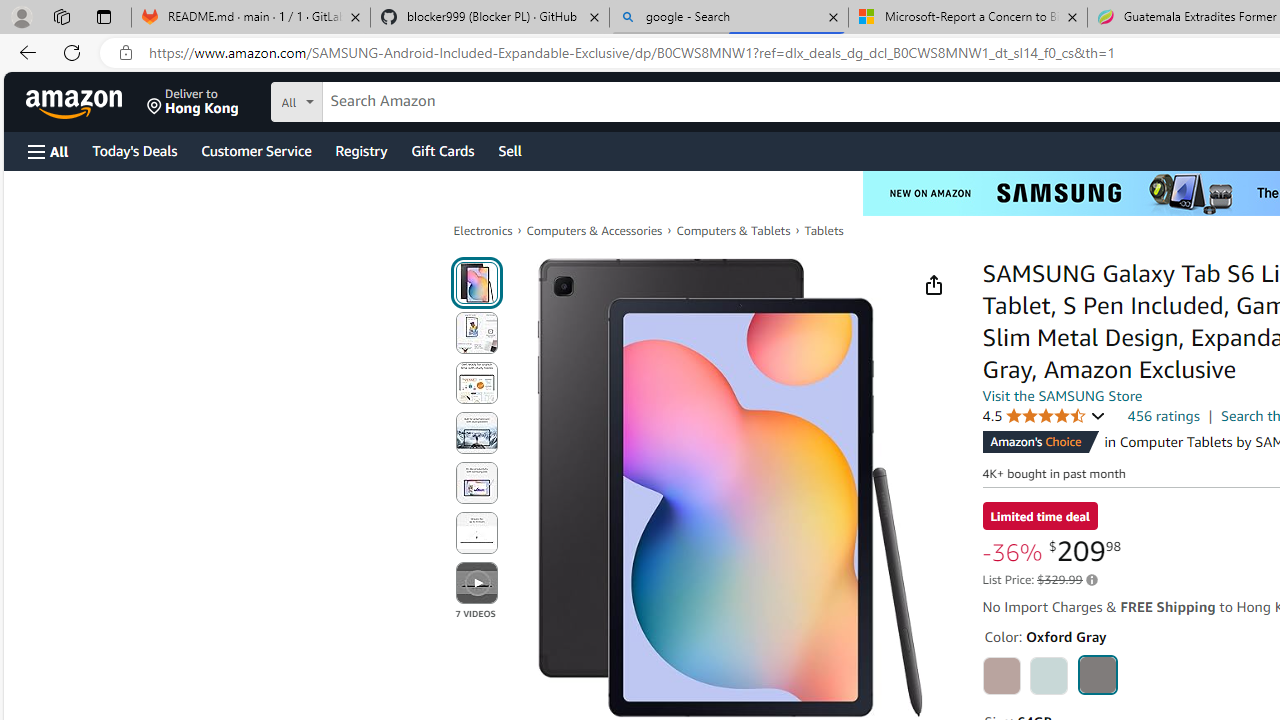 The image size is (1280, 720). I want to click on 'Search in', so click(371, 99).